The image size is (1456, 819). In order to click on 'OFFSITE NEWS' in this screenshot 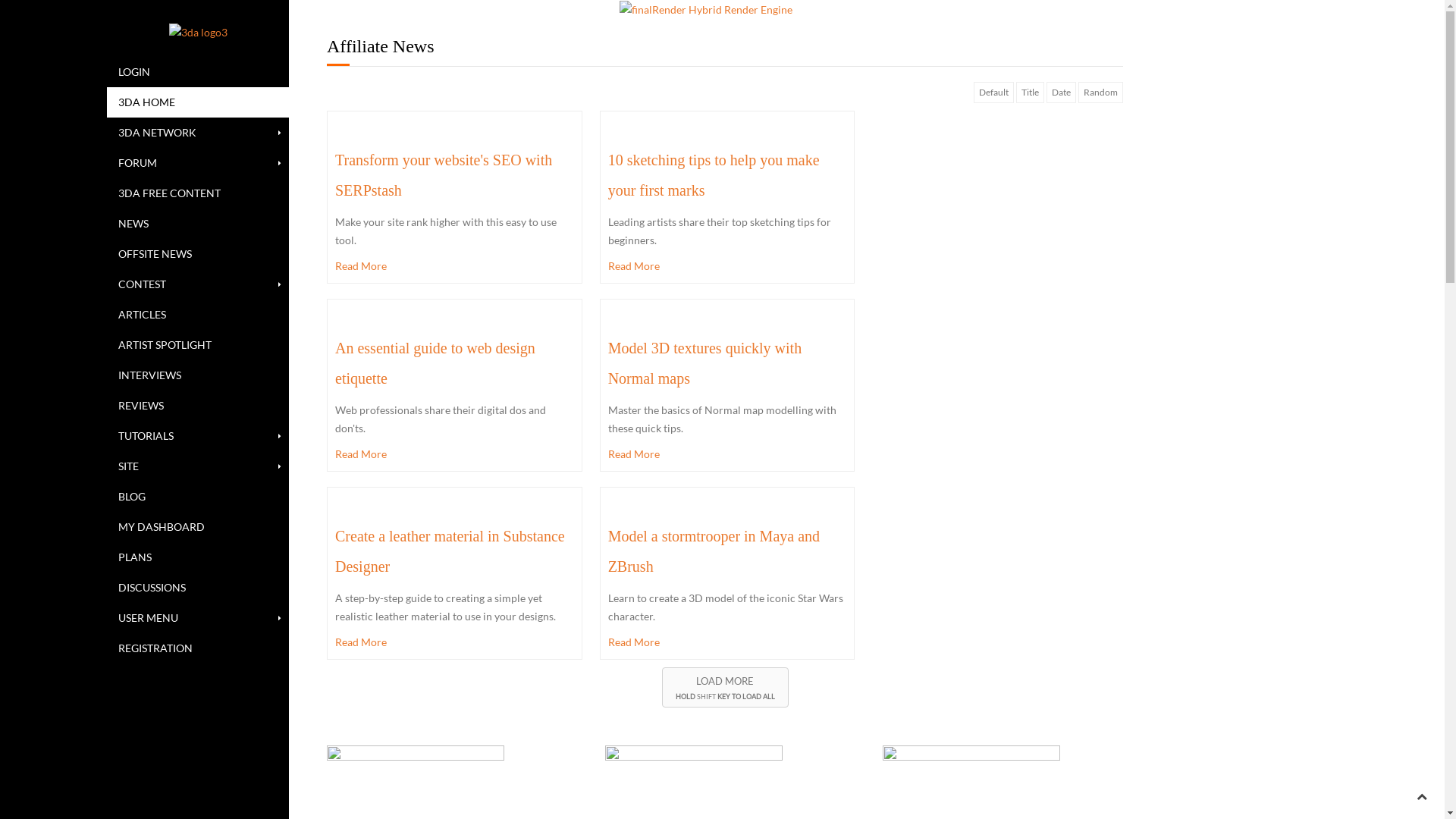, I will do `click(105, 253)`.